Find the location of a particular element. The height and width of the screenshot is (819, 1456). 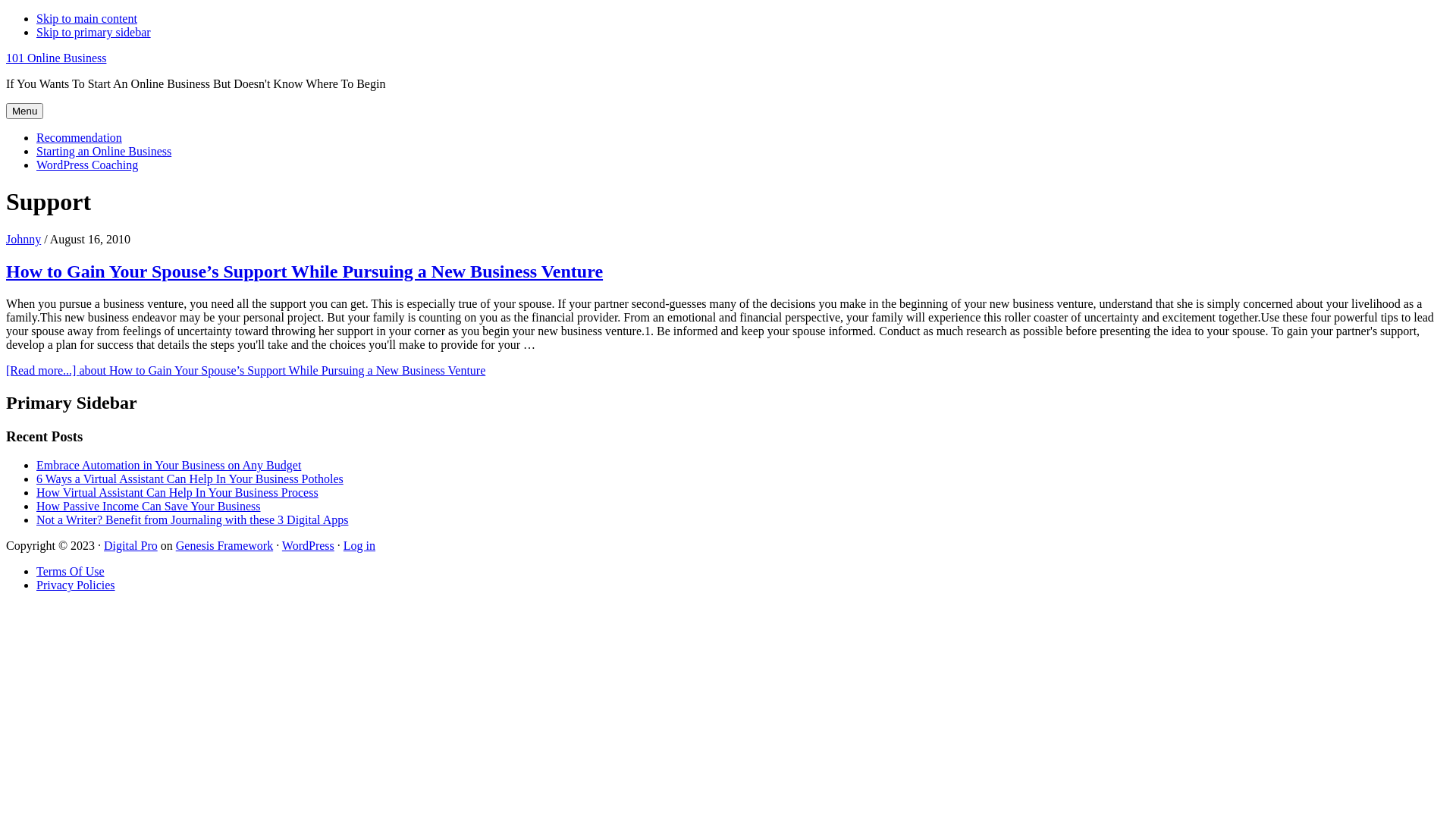

'Log in' is located at coordinates (359, 544).